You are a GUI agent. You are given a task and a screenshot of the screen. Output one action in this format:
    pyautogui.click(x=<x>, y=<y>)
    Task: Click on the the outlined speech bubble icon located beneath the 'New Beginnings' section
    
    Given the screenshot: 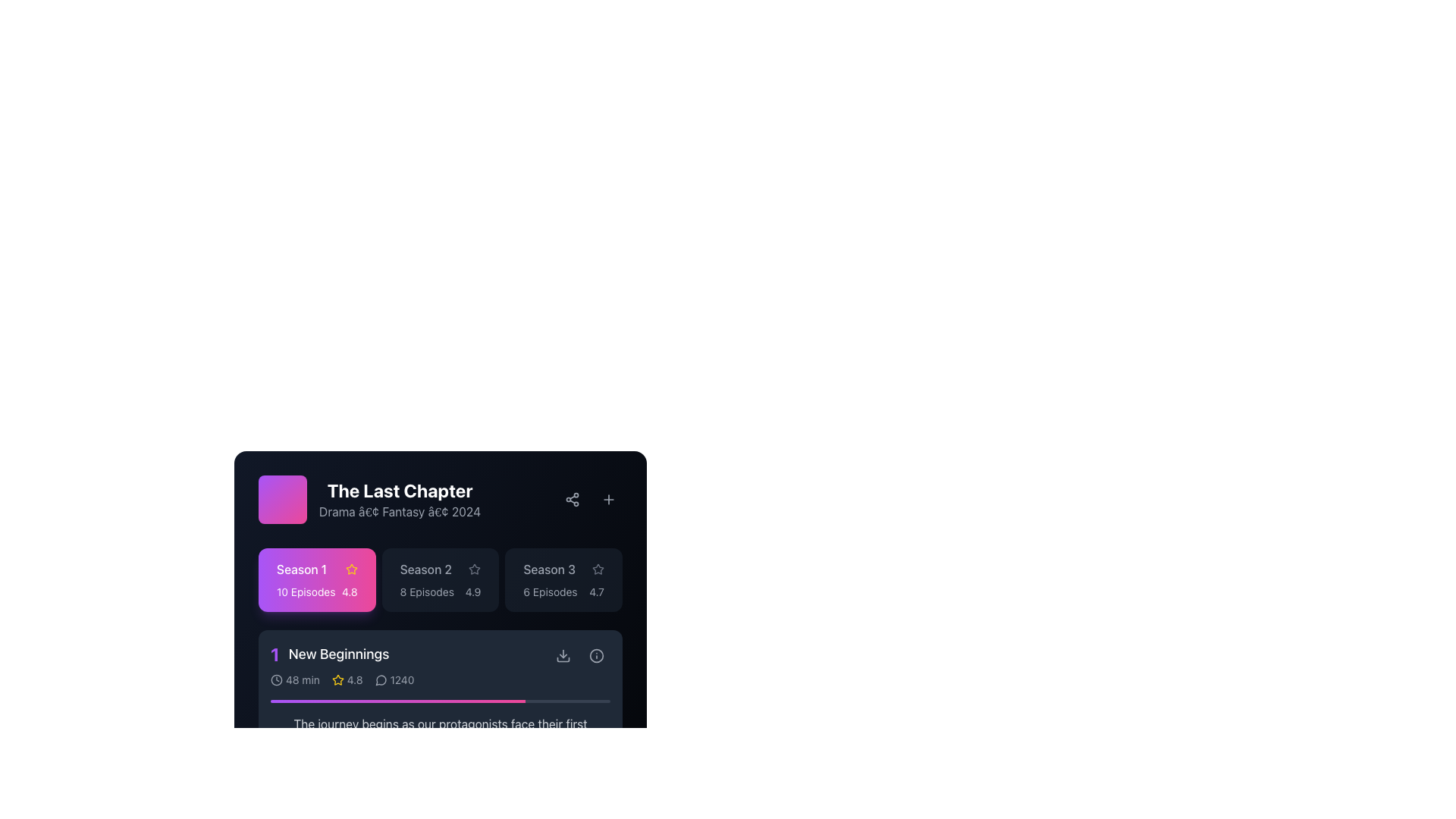 What is the action you would take?
    pyautogui.click(x=381, y=679)
    